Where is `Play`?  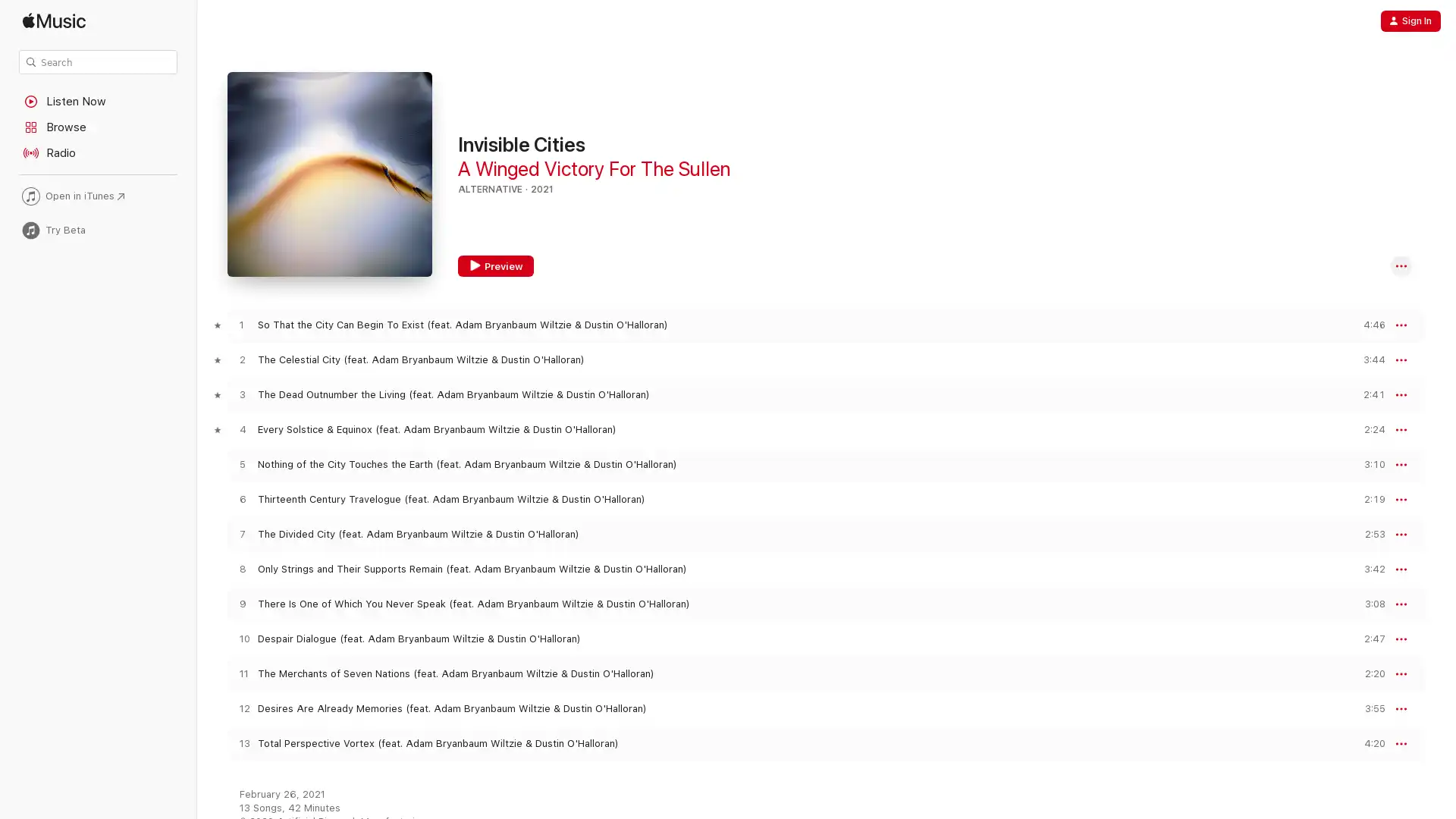
Play is located at coordinates (241, 569).